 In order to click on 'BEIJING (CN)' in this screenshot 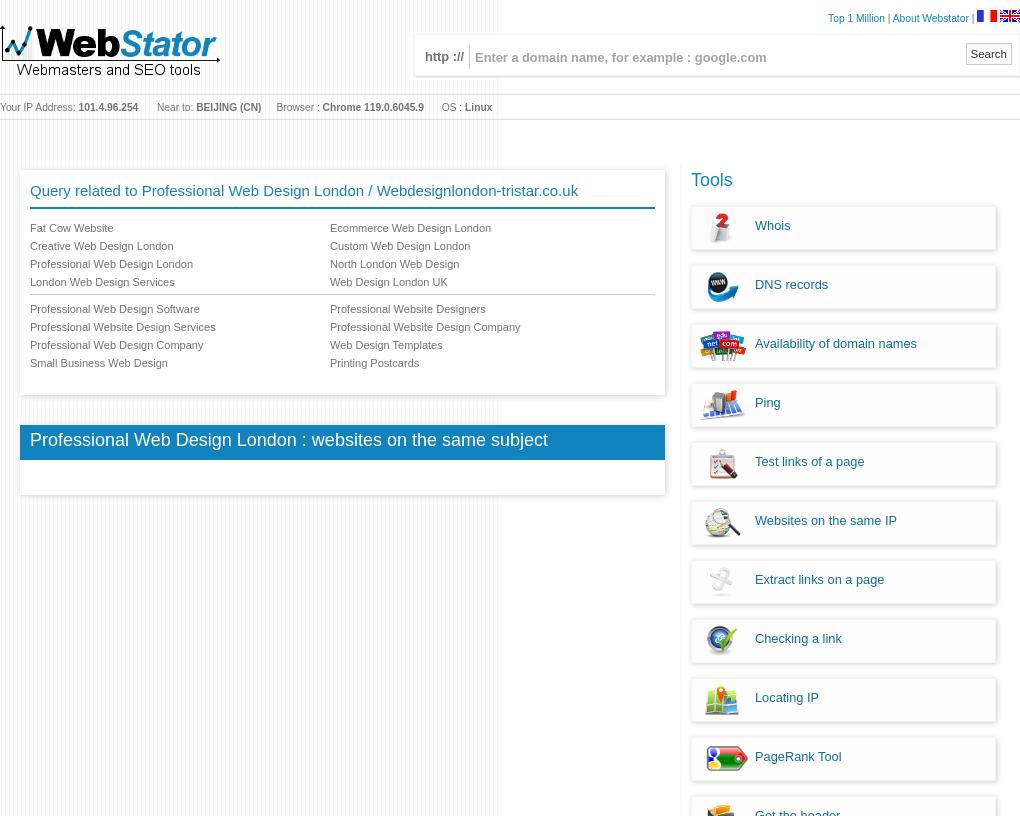, I will do `click(228, 107)`.